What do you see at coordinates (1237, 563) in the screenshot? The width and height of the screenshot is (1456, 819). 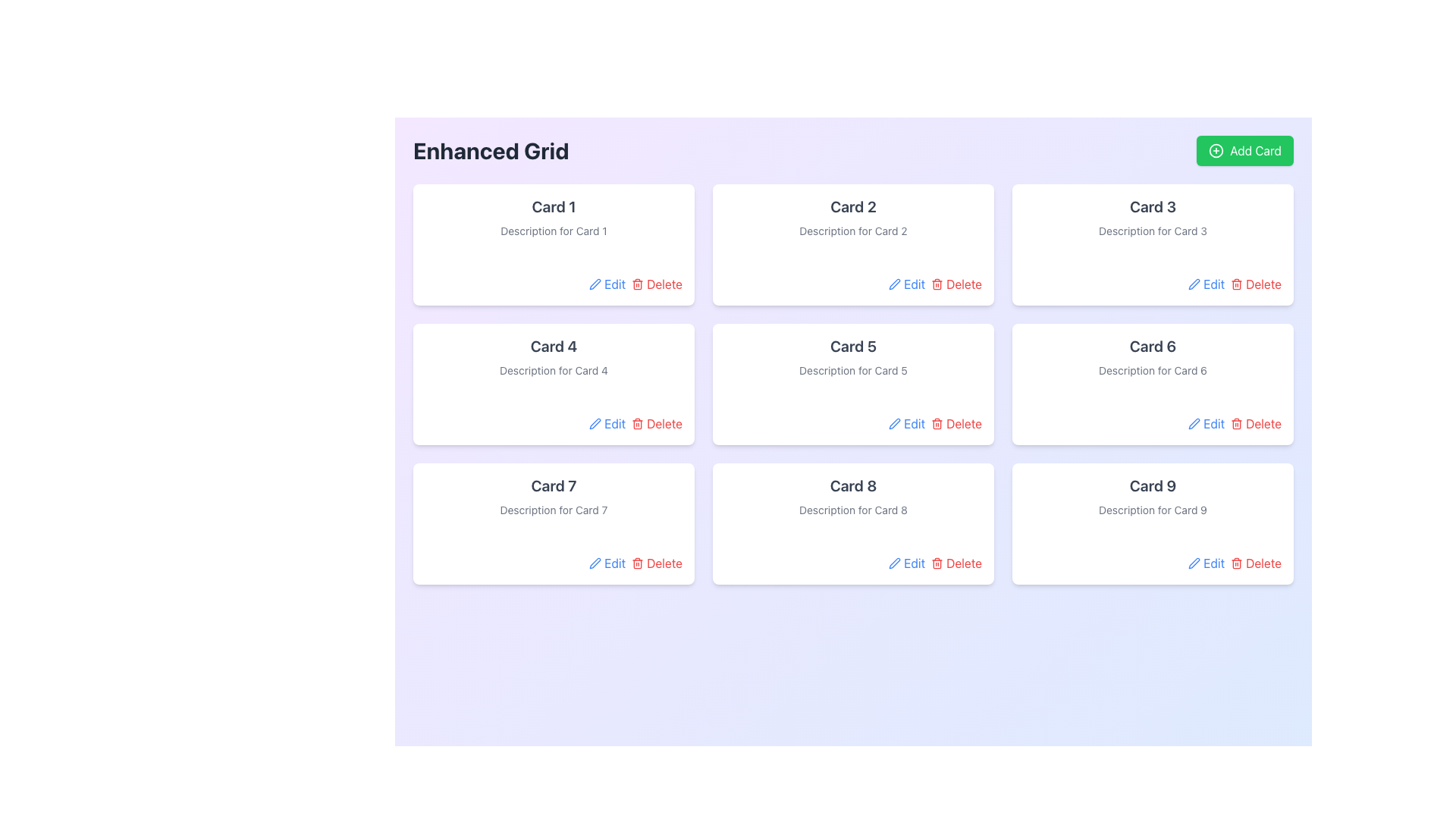 I see `the delete icon located at the bottom-right corner of the grid item for 'Card 9'` at bounding box center [1237, 563].